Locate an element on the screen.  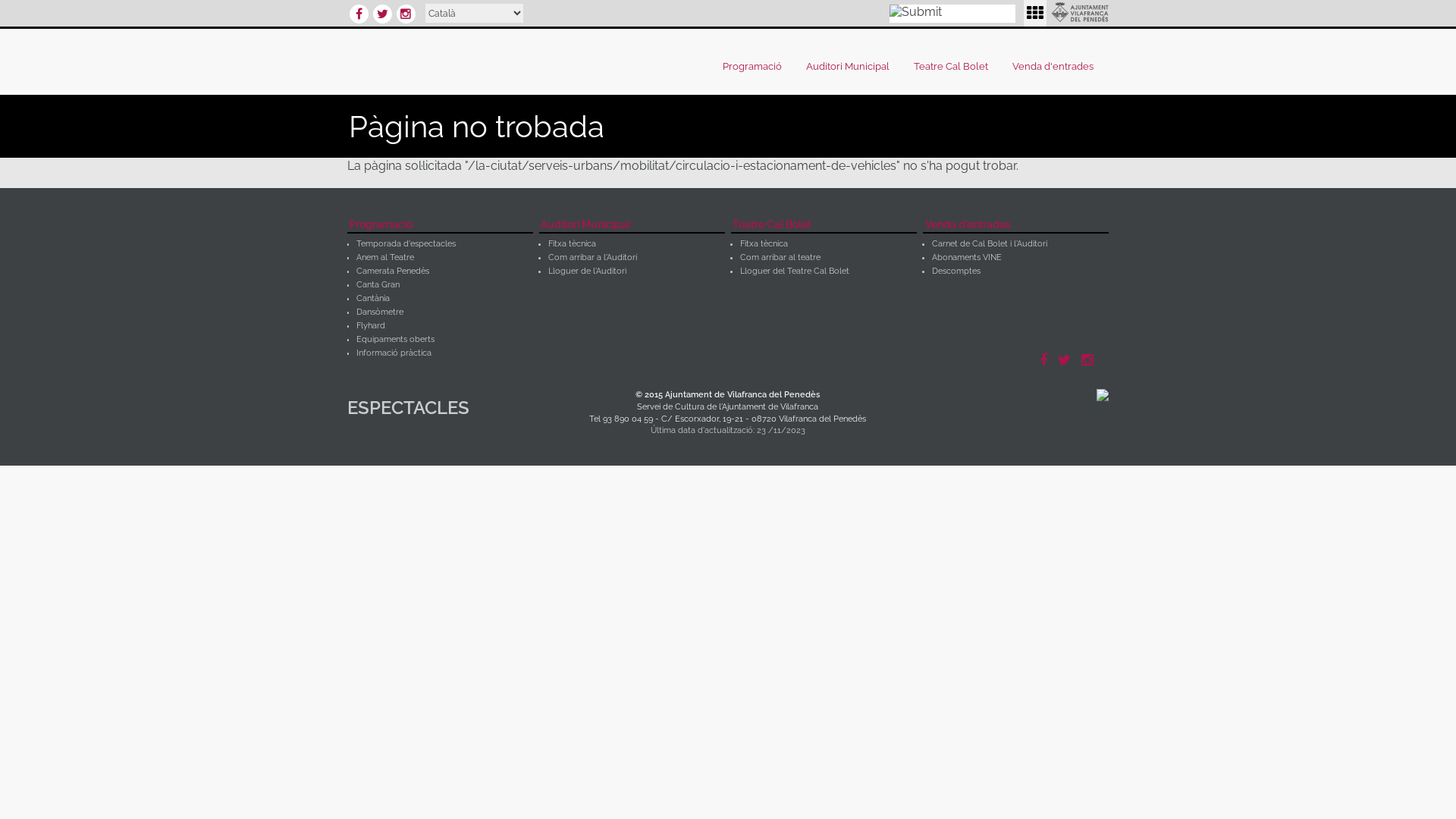
'Temporada d'espectacles' is located at coordinates (406, 243).